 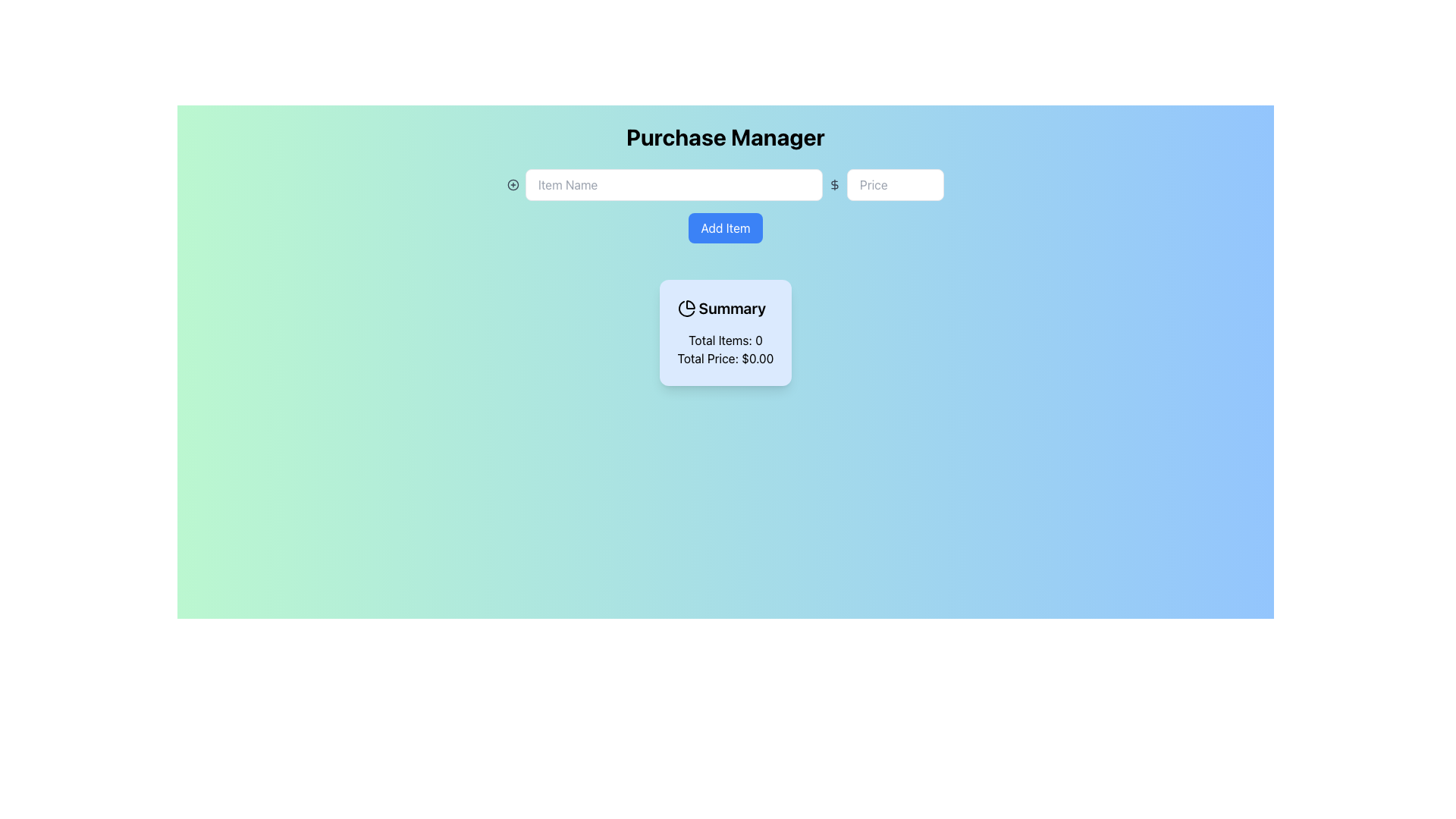 What do you see at coordinates (724, 332) in the screenshot?
I see `the informational panel that displays the total number of items and their total price, located centrally beneath the 'Add Item' button` at bounding box center [724, 332].